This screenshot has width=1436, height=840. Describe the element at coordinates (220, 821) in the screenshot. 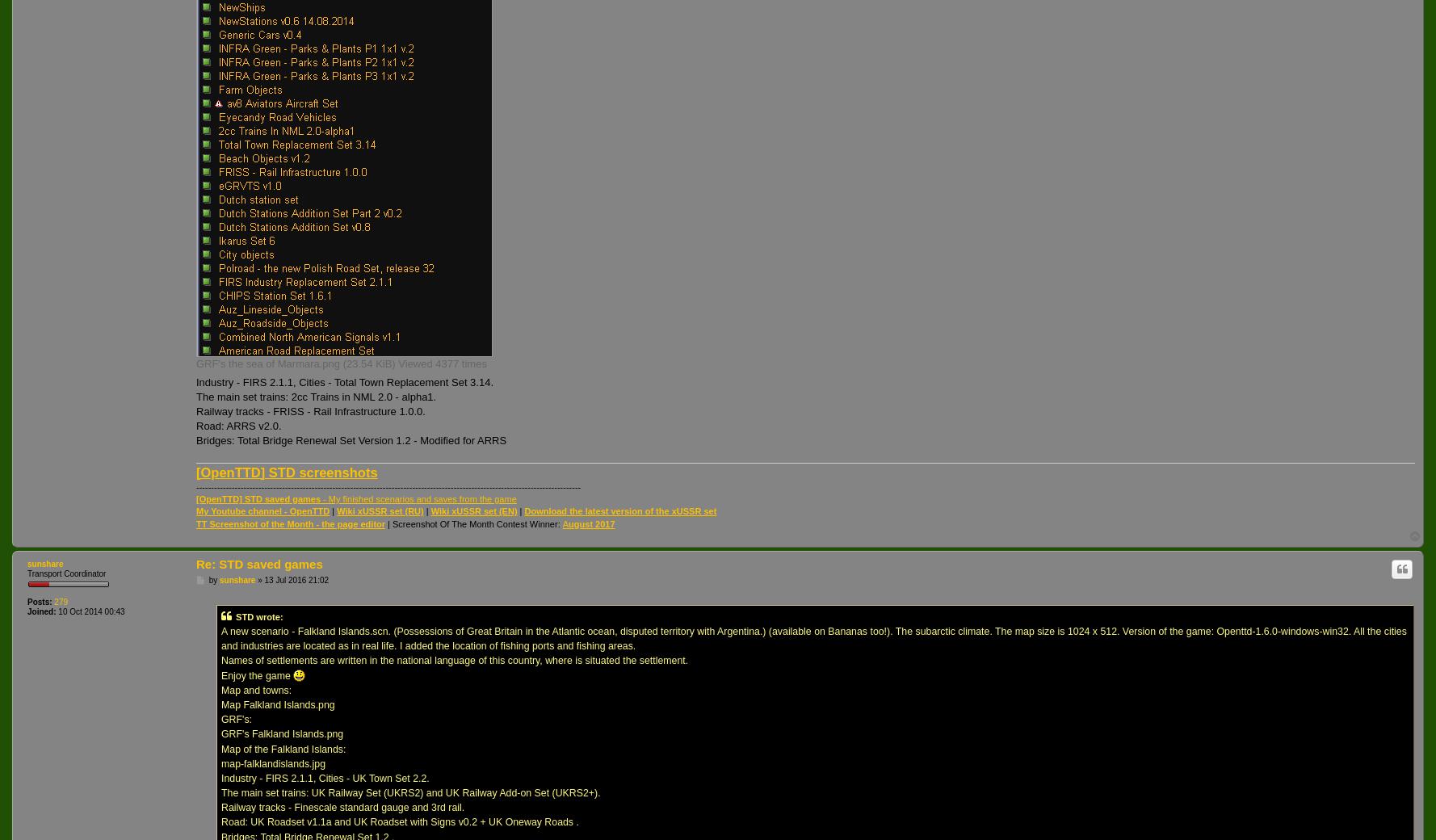

I see `'Road: UK Roadset v1.1a and UK Roadset with Signs v0.2 + UK Oneway Roads .'` at that location.